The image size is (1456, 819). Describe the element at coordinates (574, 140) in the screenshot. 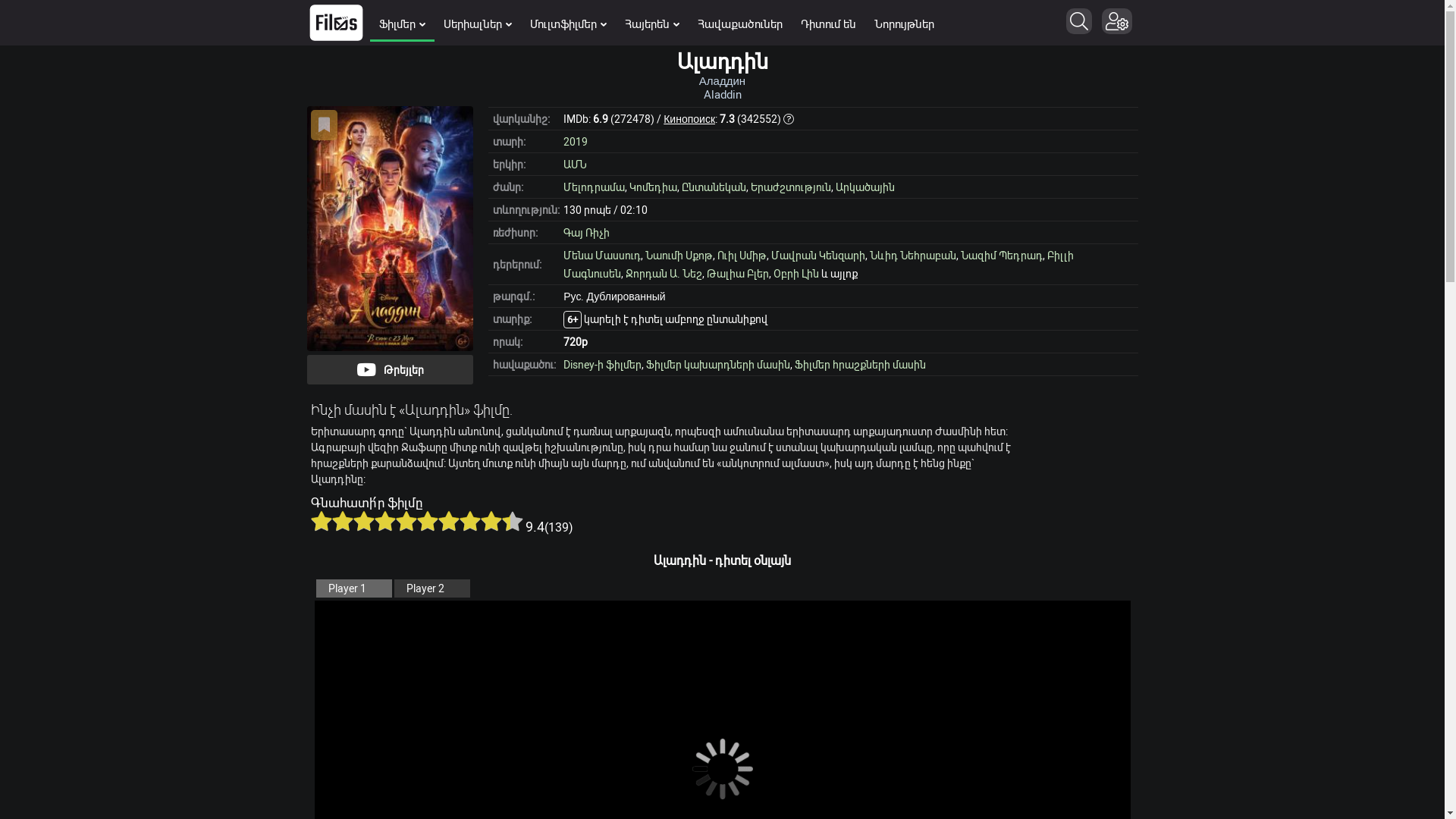

I see `'2019'` at that location.